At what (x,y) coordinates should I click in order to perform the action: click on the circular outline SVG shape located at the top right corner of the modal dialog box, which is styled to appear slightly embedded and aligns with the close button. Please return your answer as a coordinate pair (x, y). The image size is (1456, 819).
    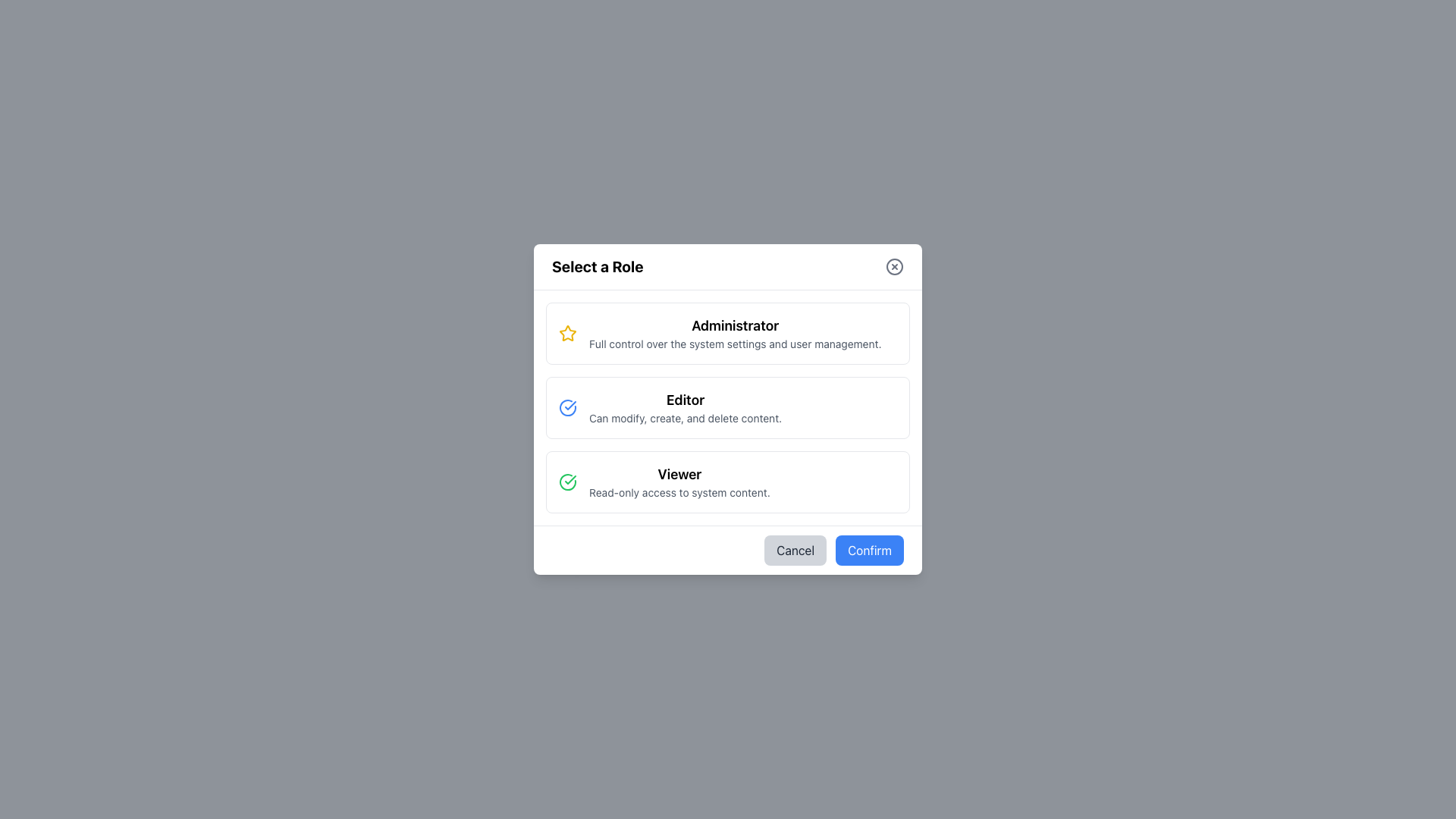
    Looking at the image, I should click on (895, 265).